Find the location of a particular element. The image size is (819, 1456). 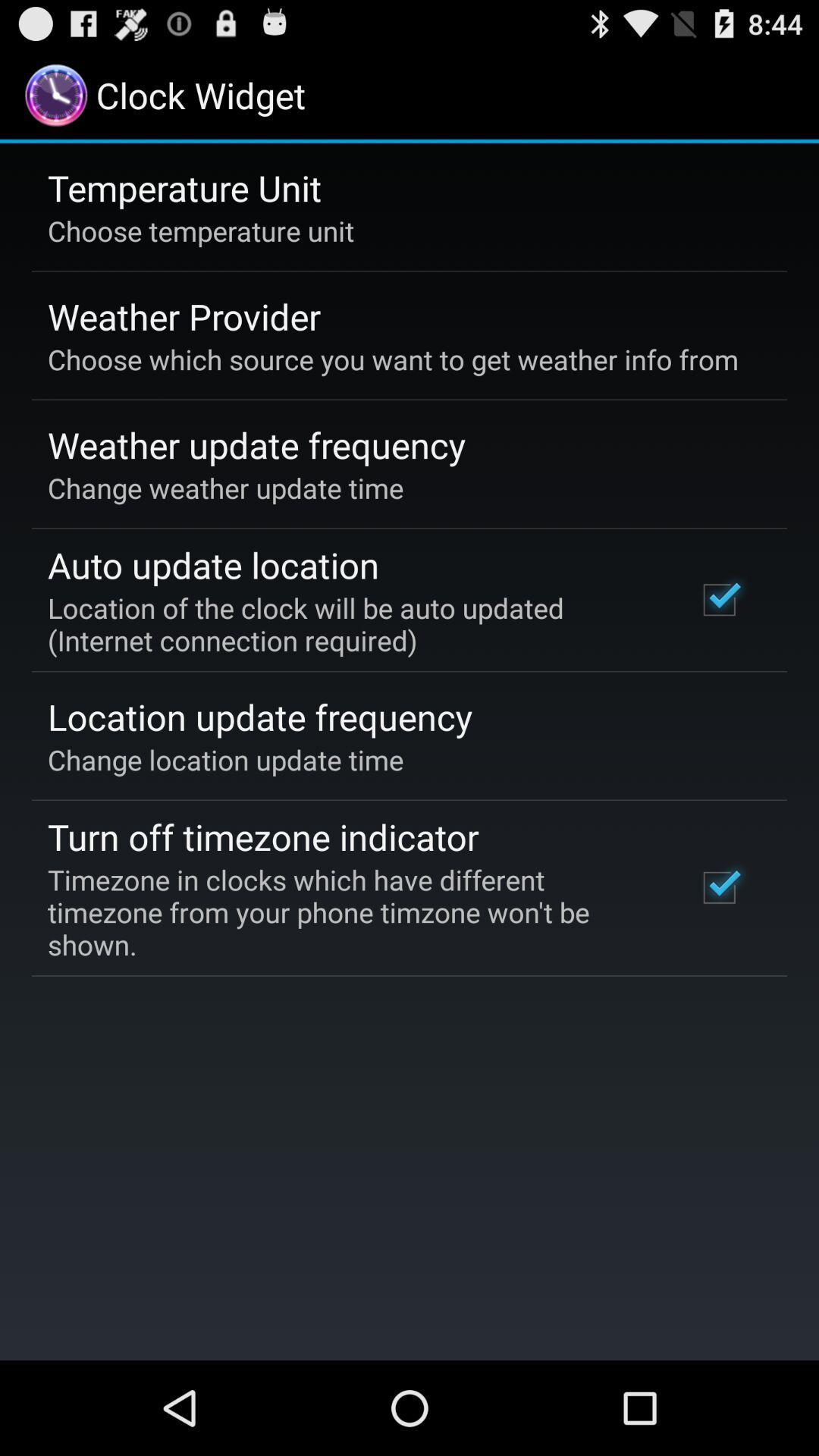

weather provider app is located at coordinates (184, 315).